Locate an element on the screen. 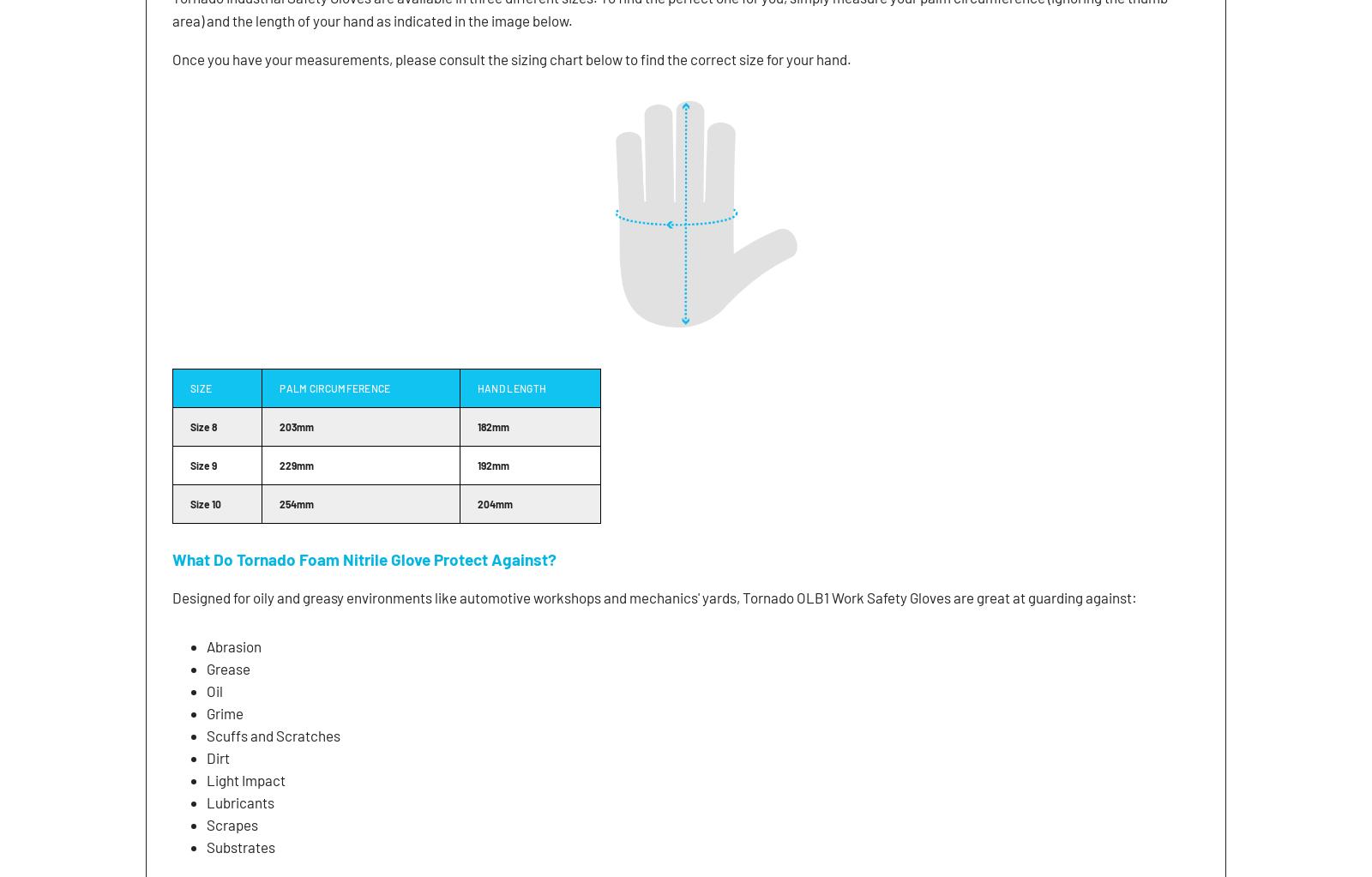  'Scrapes' is located at coordinates (206, 825).